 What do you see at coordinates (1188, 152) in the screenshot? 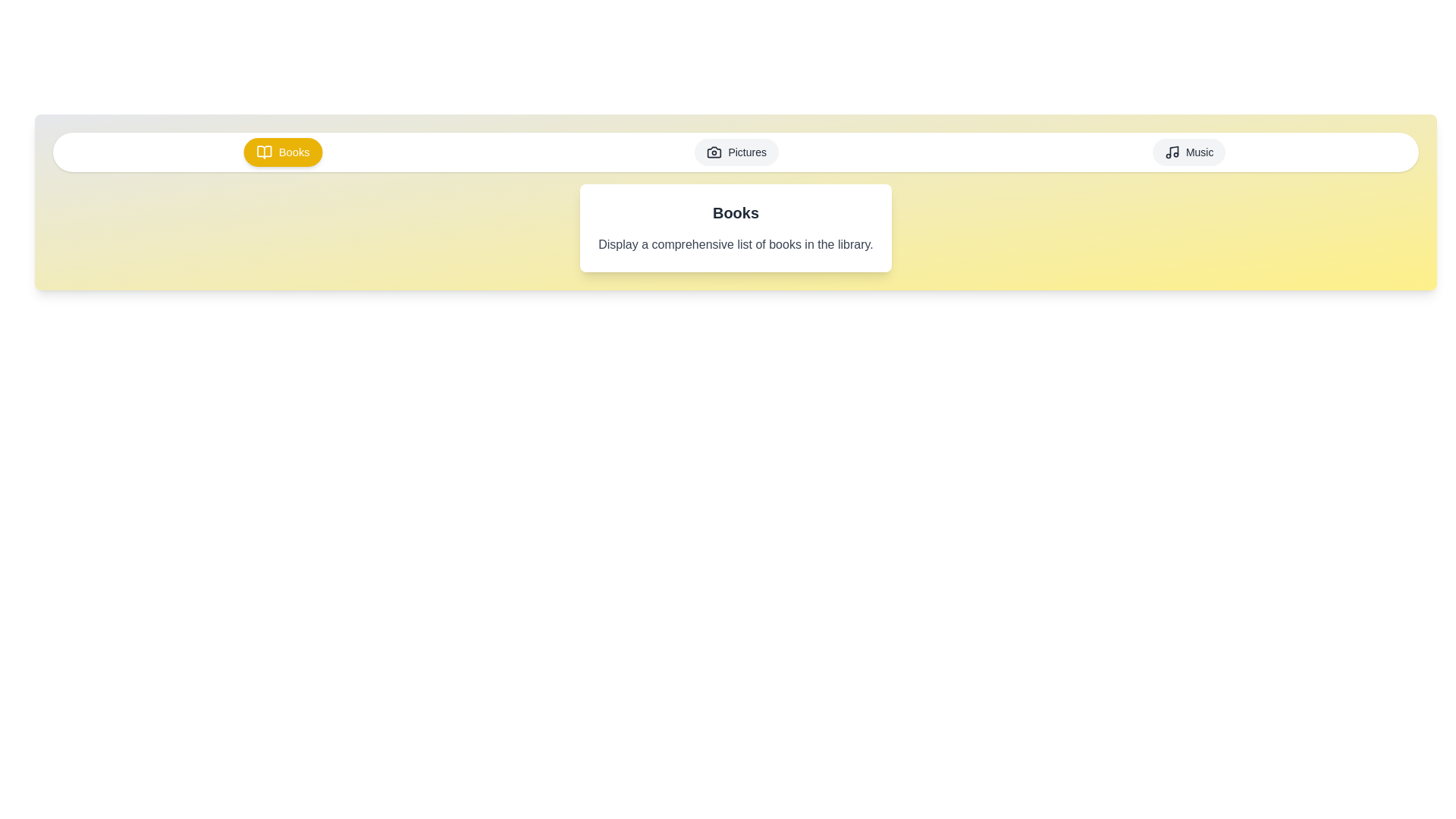
I see `the Music tab by clicking on it` at bounding box center [1188, 152].